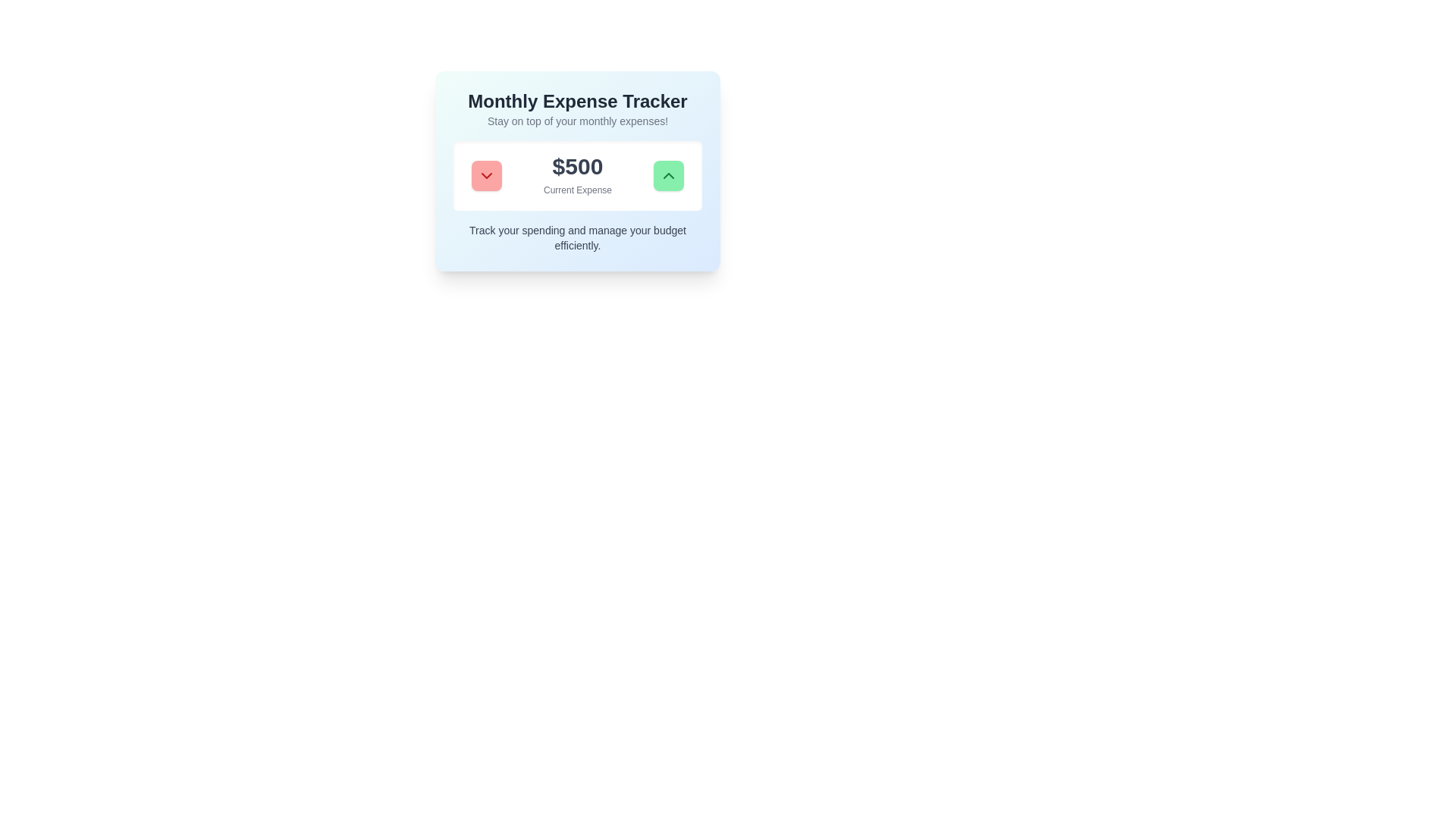 The image size is (1456, 819). I want to click on the text element reading 'Monthly Expense Tracker' to interact with the associated content below it, so click(577, 102).